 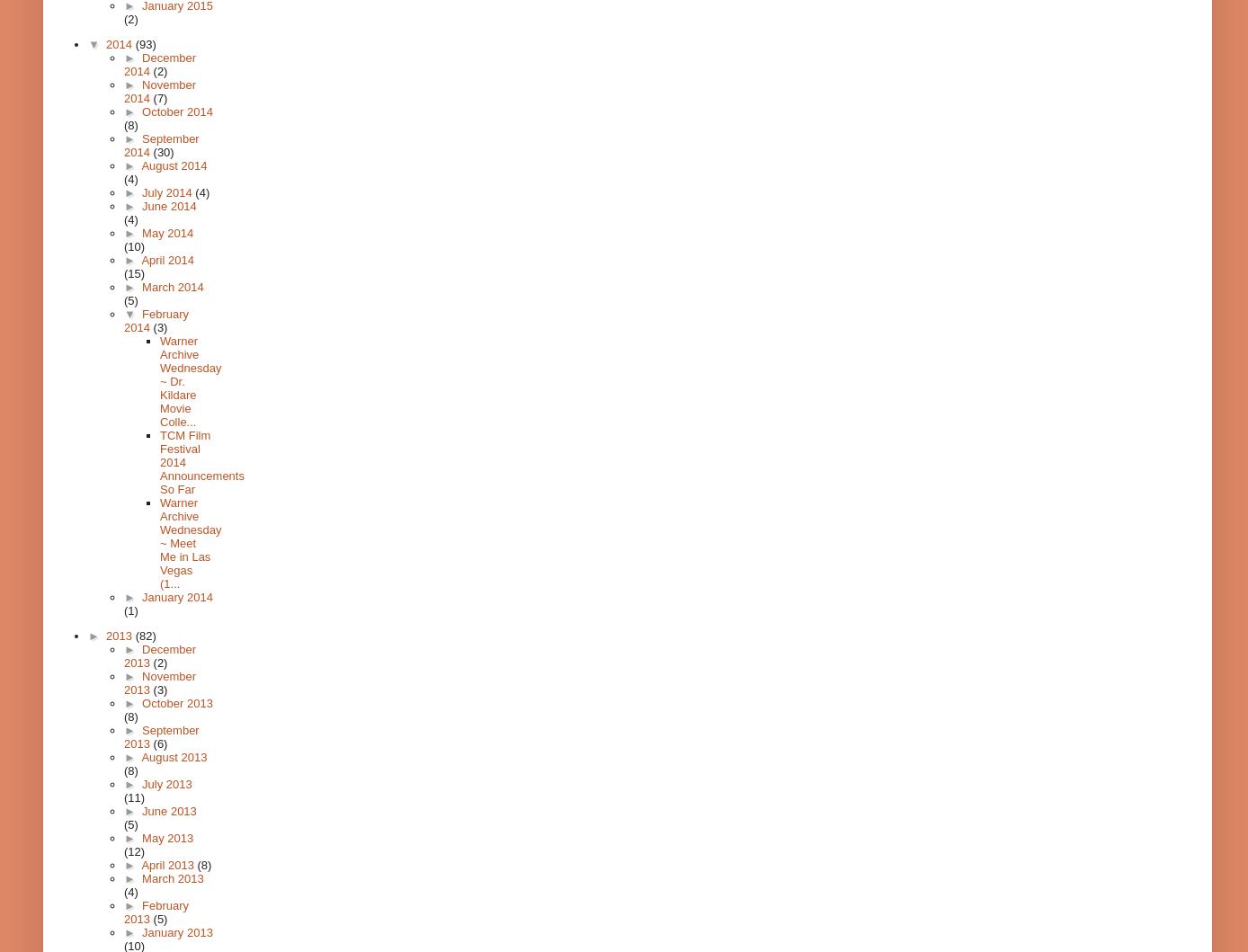 I want to click on 'May 2014', so click(x=166, y=233).